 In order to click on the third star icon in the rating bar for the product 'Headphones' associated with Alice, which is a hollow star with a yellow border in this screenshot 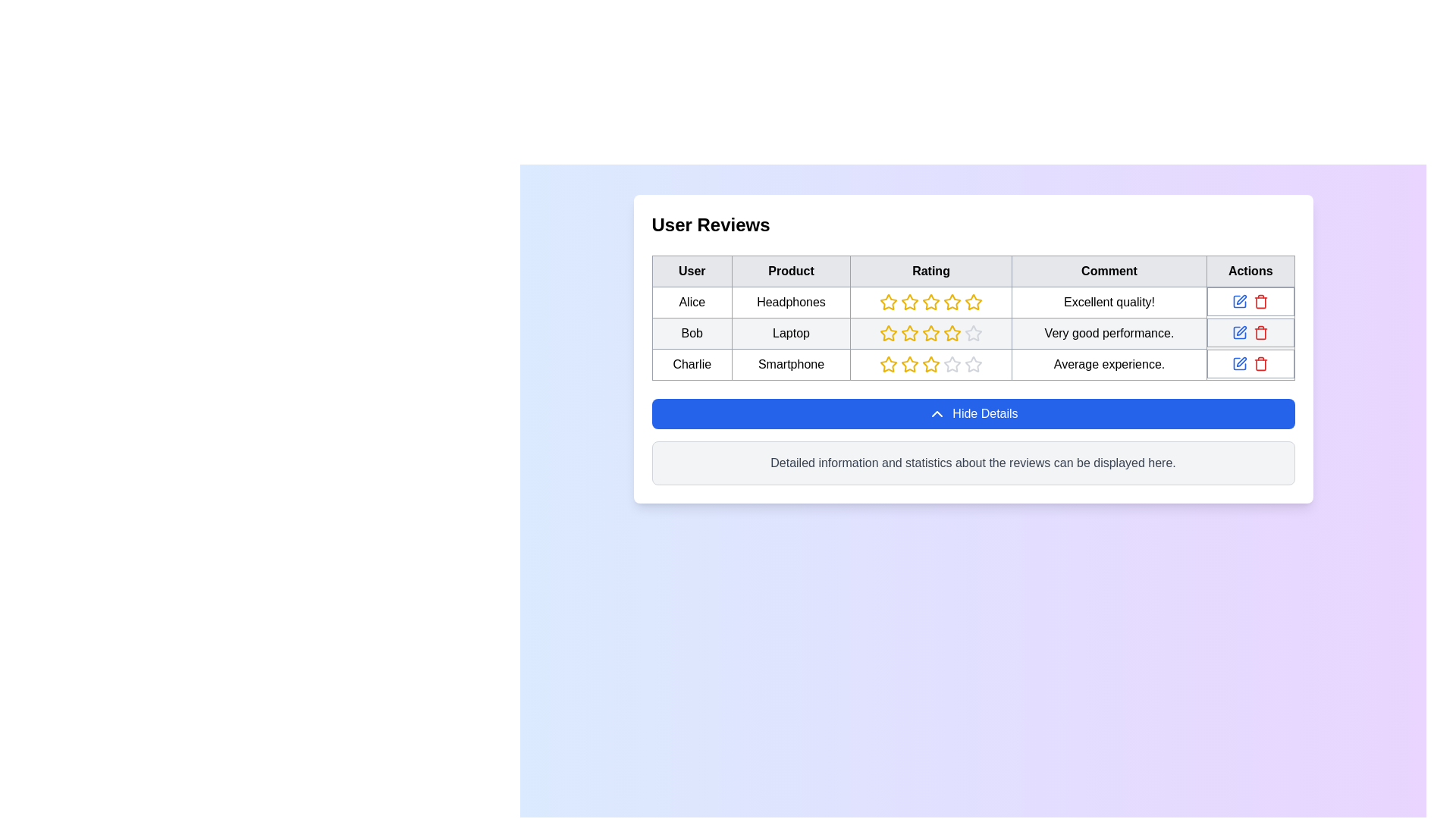, I will do `click(974, 302)`.